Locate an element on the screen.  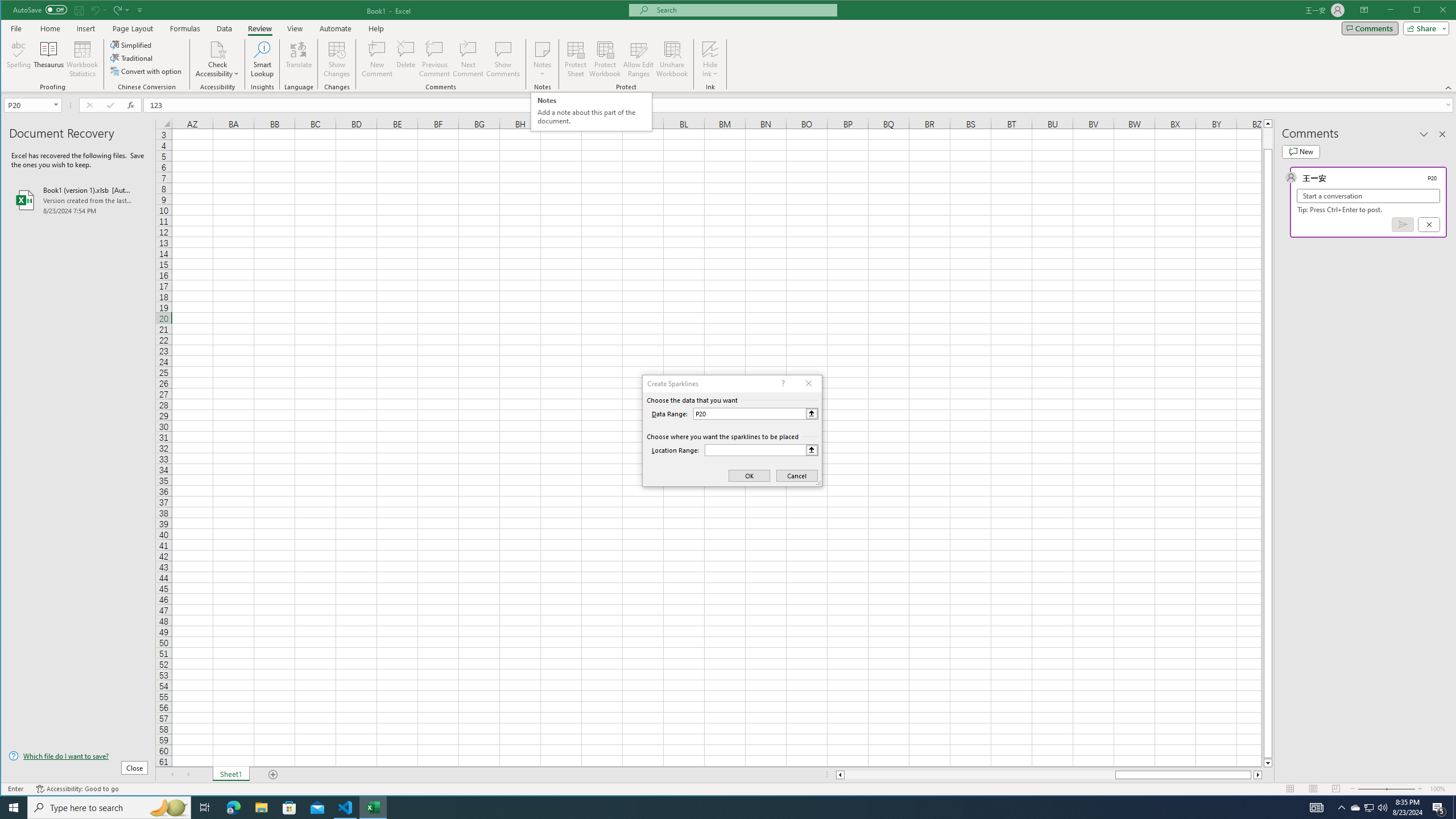
'Formulas' is located at coordinates (185, 28).